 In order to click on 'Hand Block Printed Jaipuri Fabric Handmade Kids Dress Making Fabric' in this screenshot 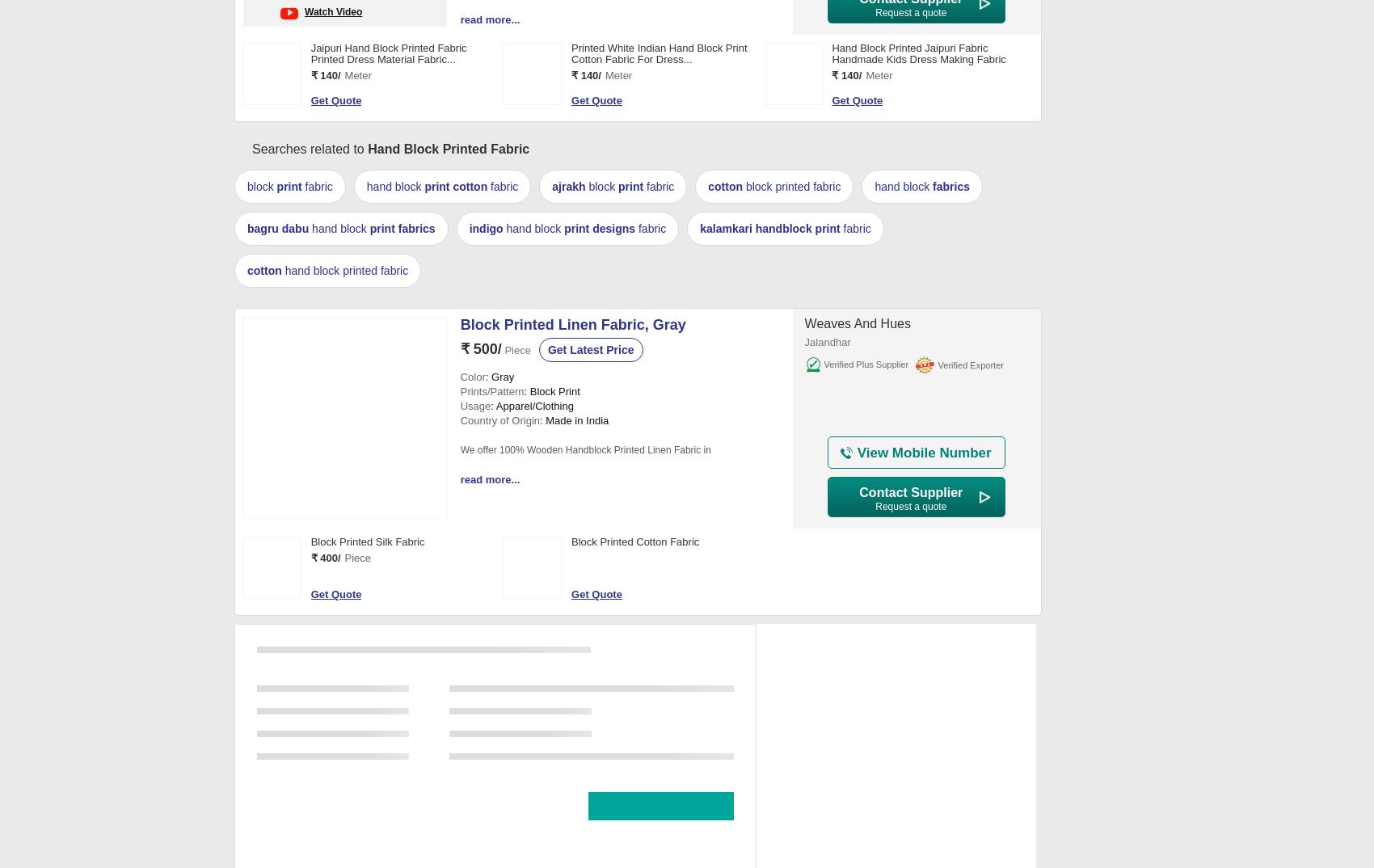, I will do `click(918, 53)`.